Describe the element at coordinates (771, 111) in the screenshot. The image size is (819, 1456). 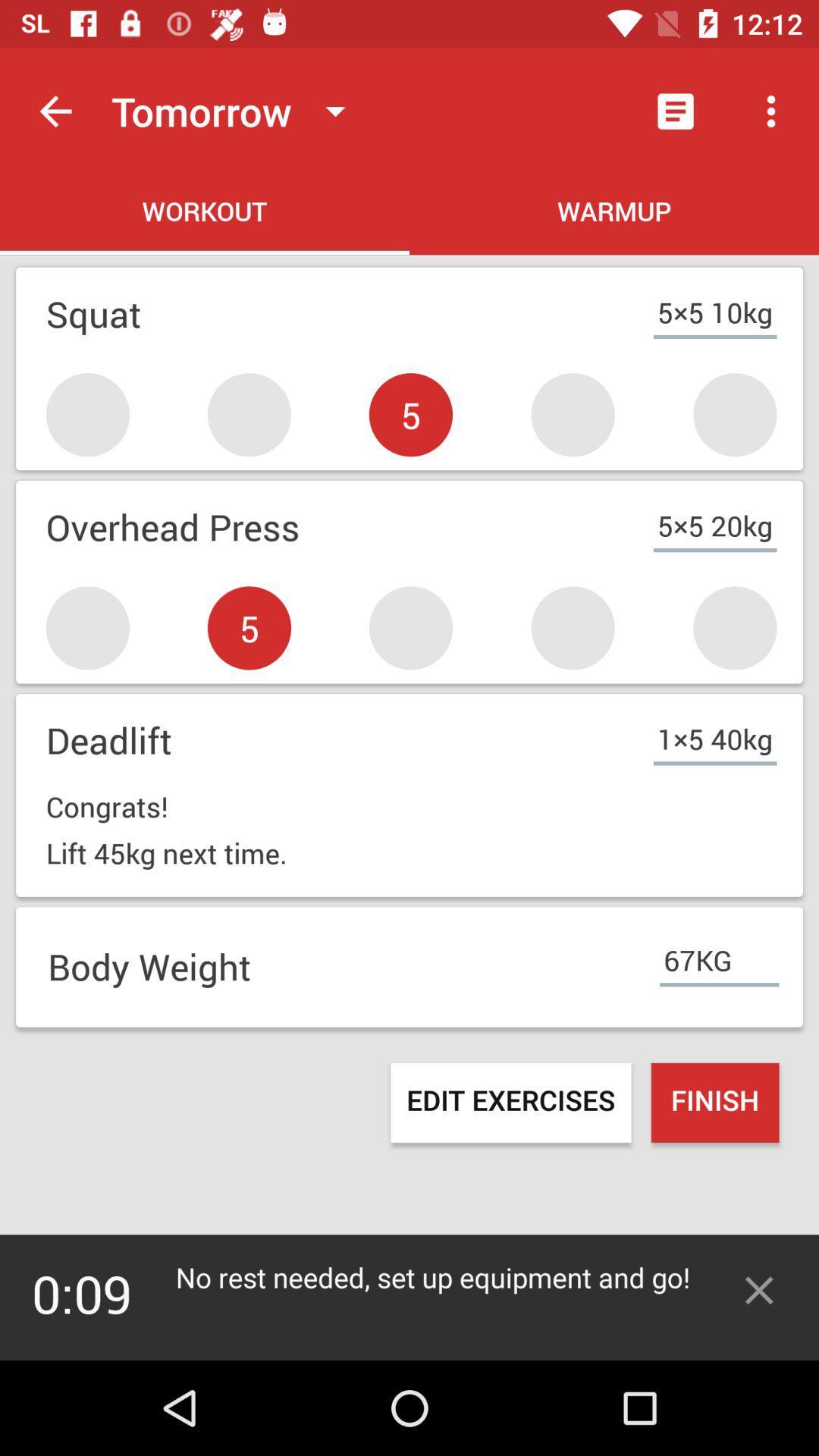
I see `the second icon which is at the top right of the page` at that location.